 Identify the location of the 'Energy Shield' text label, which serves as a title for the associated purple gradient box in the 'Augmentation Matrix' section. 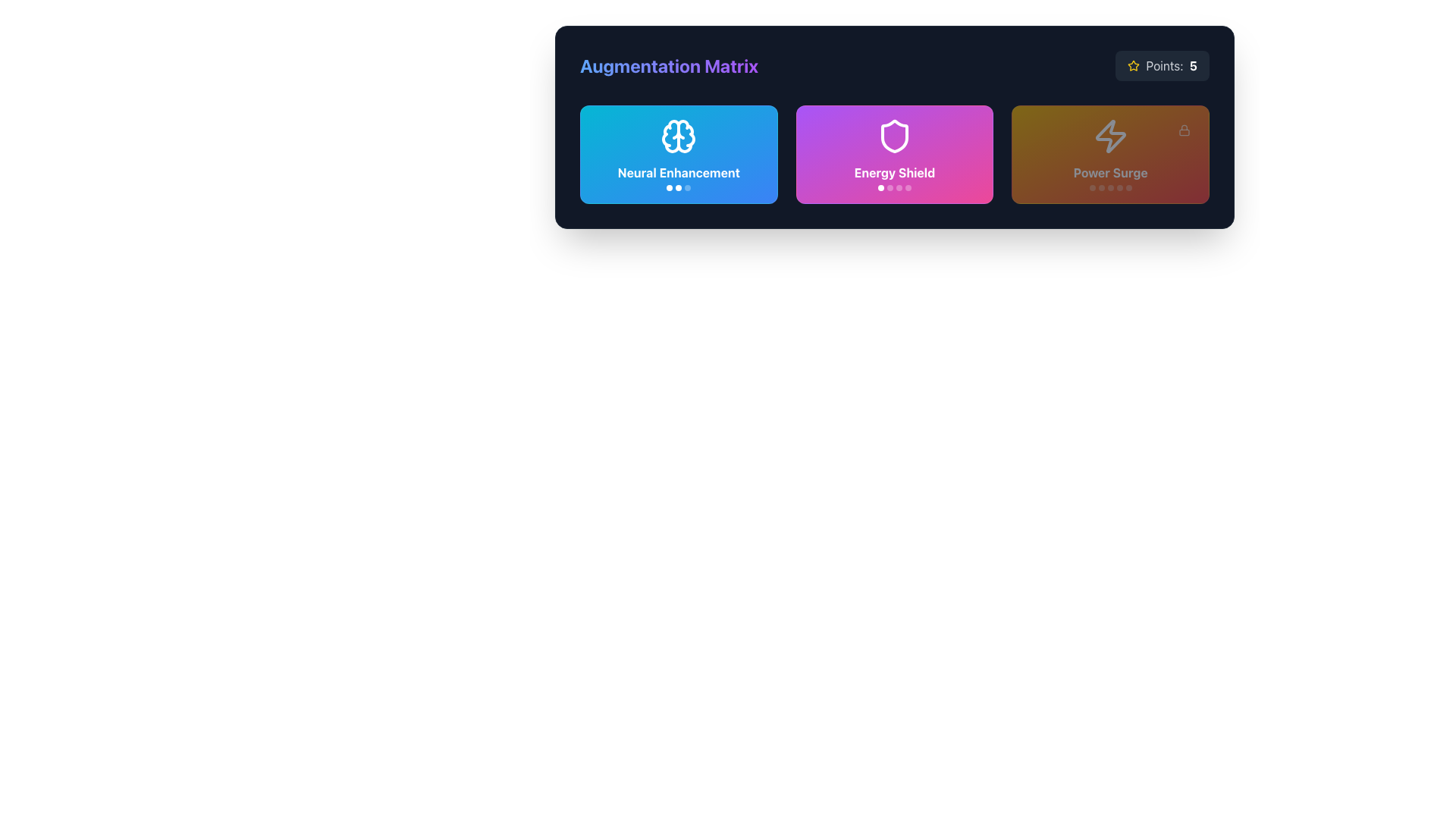
(895, 177).